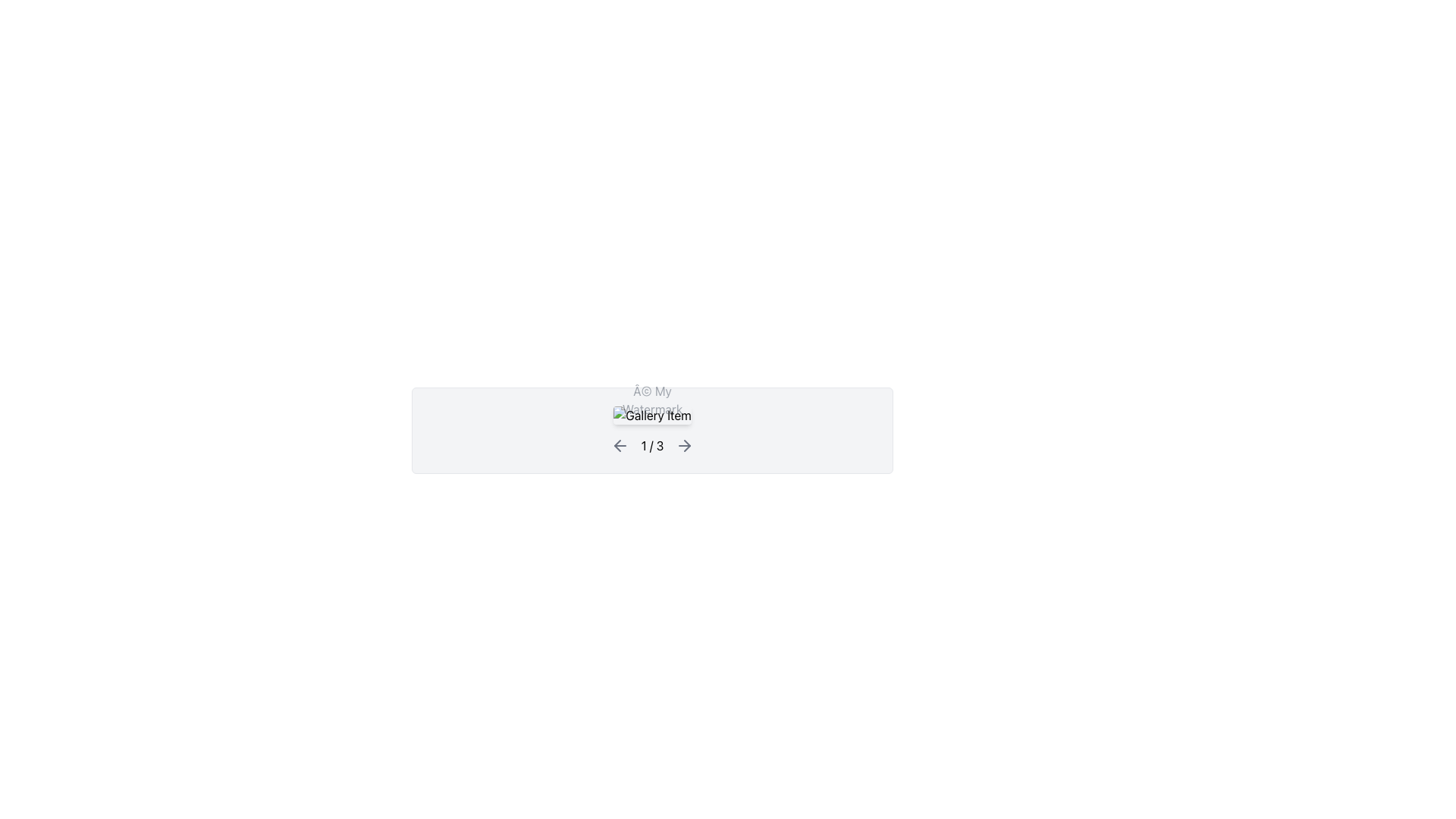 Image resolution: width=1456 pixels, height=819 pixels. What do you see at coordinates (620, 444) in the screenshot?
I see `the leftward arrow button, which is a gray chevron icon located at the left side of the navigation bar, directly preceding the text '1 / 3'` at bounding box center [620, 444].